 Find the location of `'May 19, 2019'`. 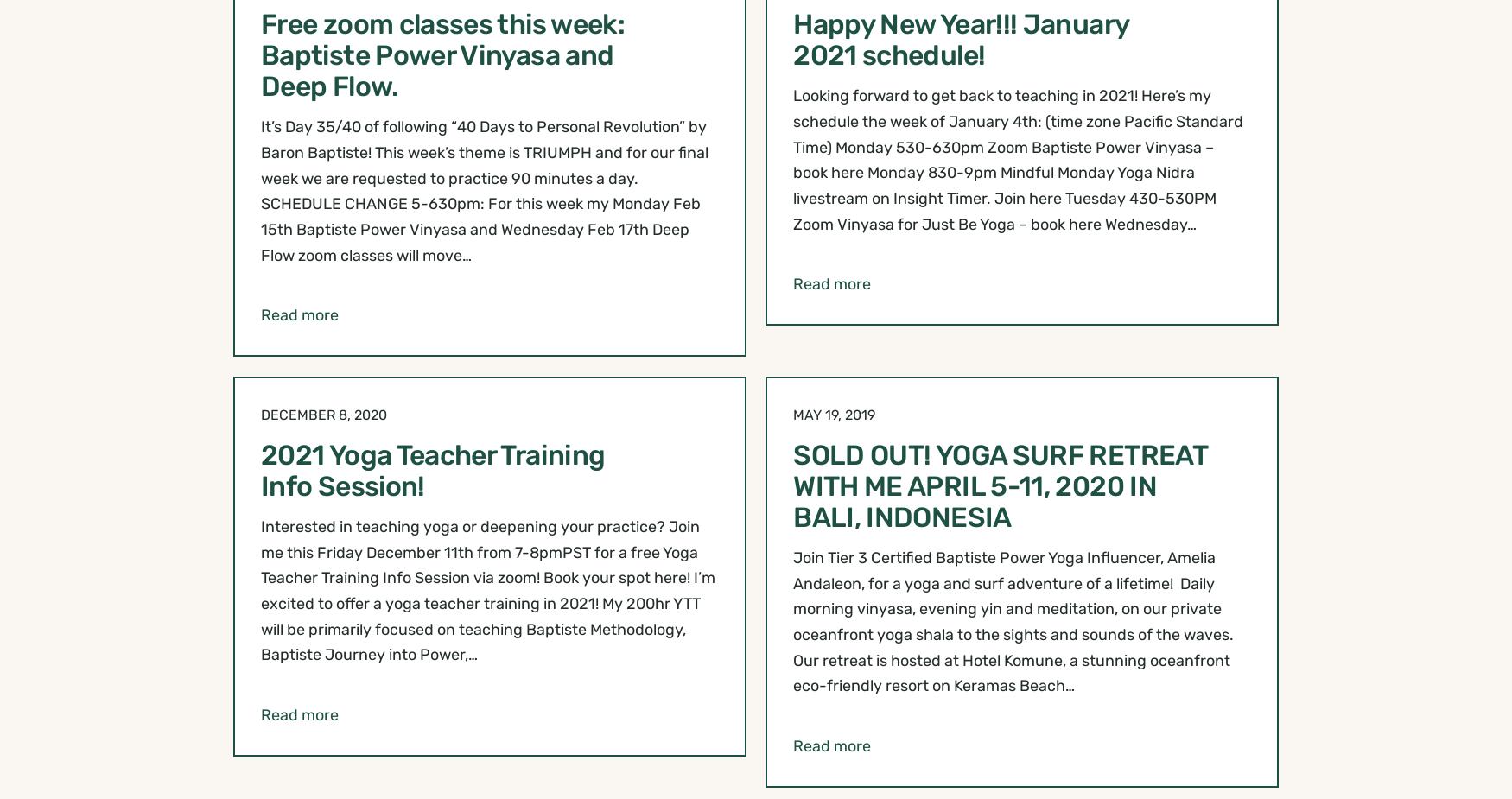

'May 19, 2019' is located at coordinates (834, 414).